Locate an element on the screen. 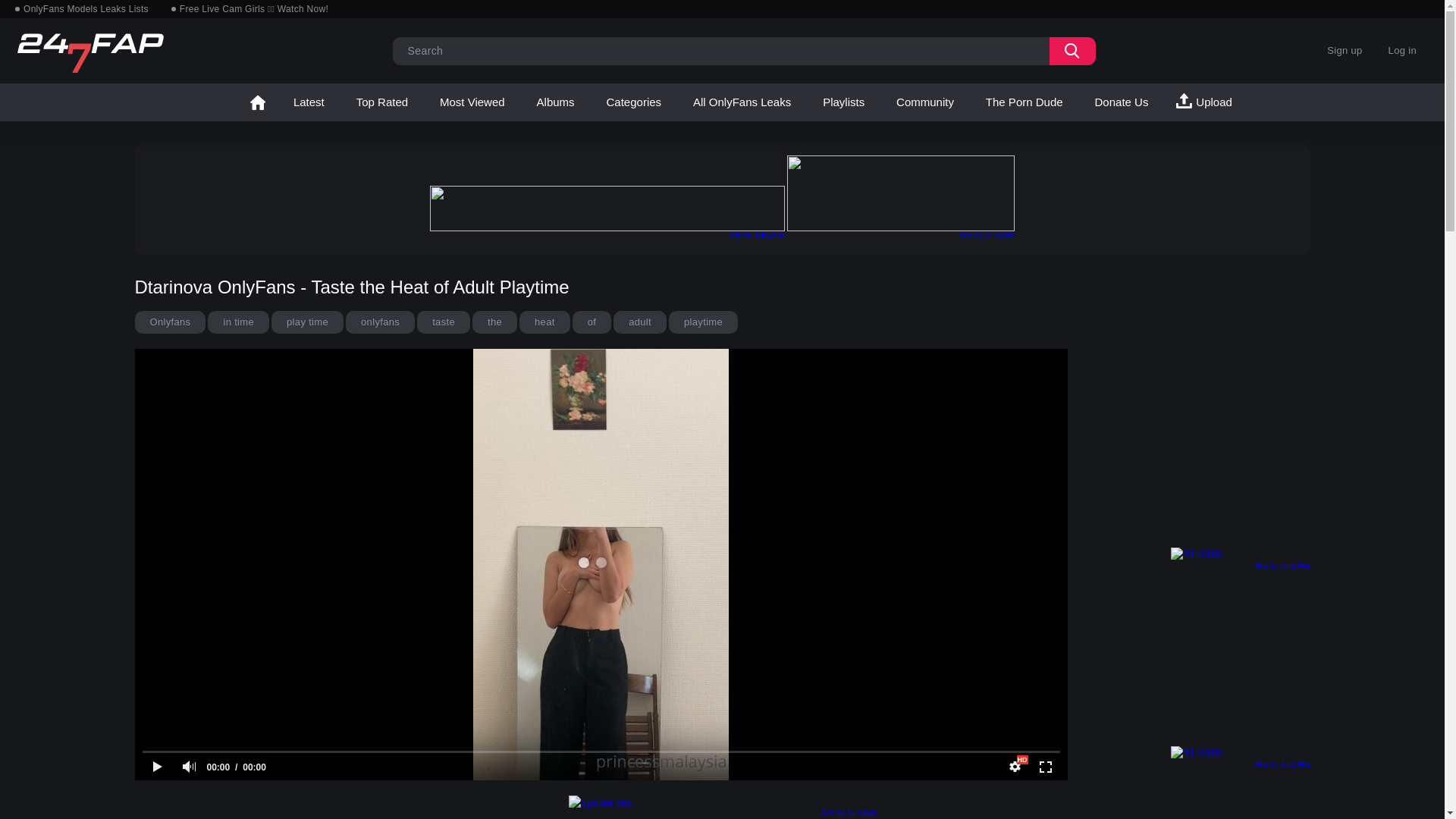 This screenshot has width=1456, height=819. 'play time' is located at coordinates (306, 321).